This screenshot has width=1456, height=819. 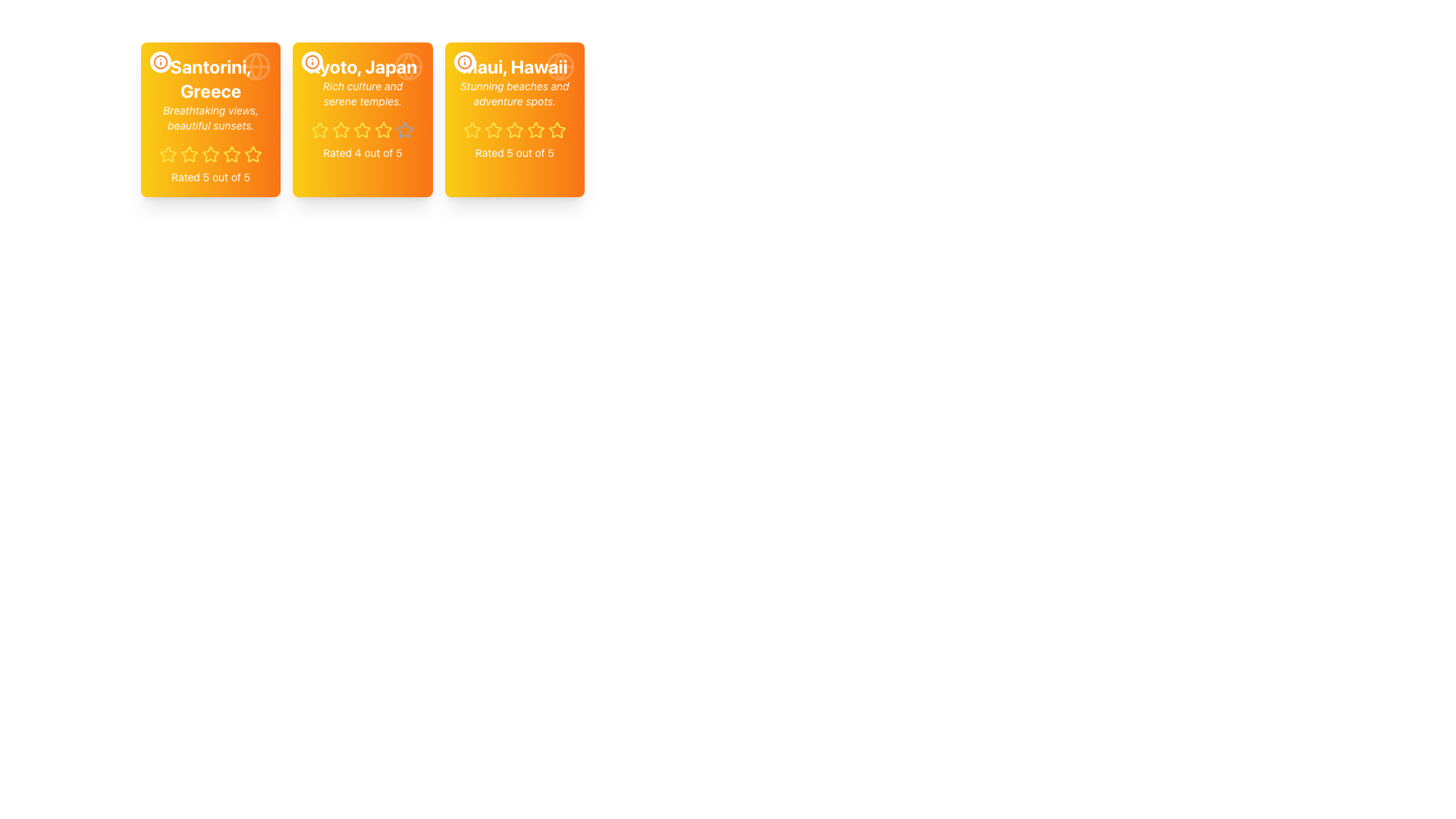 I want to click on the fourth rating star indicating a score of 4 out of 5 for Kyoto, Japan, located within the rating icons of the respective card, so click(x=362, y=130).